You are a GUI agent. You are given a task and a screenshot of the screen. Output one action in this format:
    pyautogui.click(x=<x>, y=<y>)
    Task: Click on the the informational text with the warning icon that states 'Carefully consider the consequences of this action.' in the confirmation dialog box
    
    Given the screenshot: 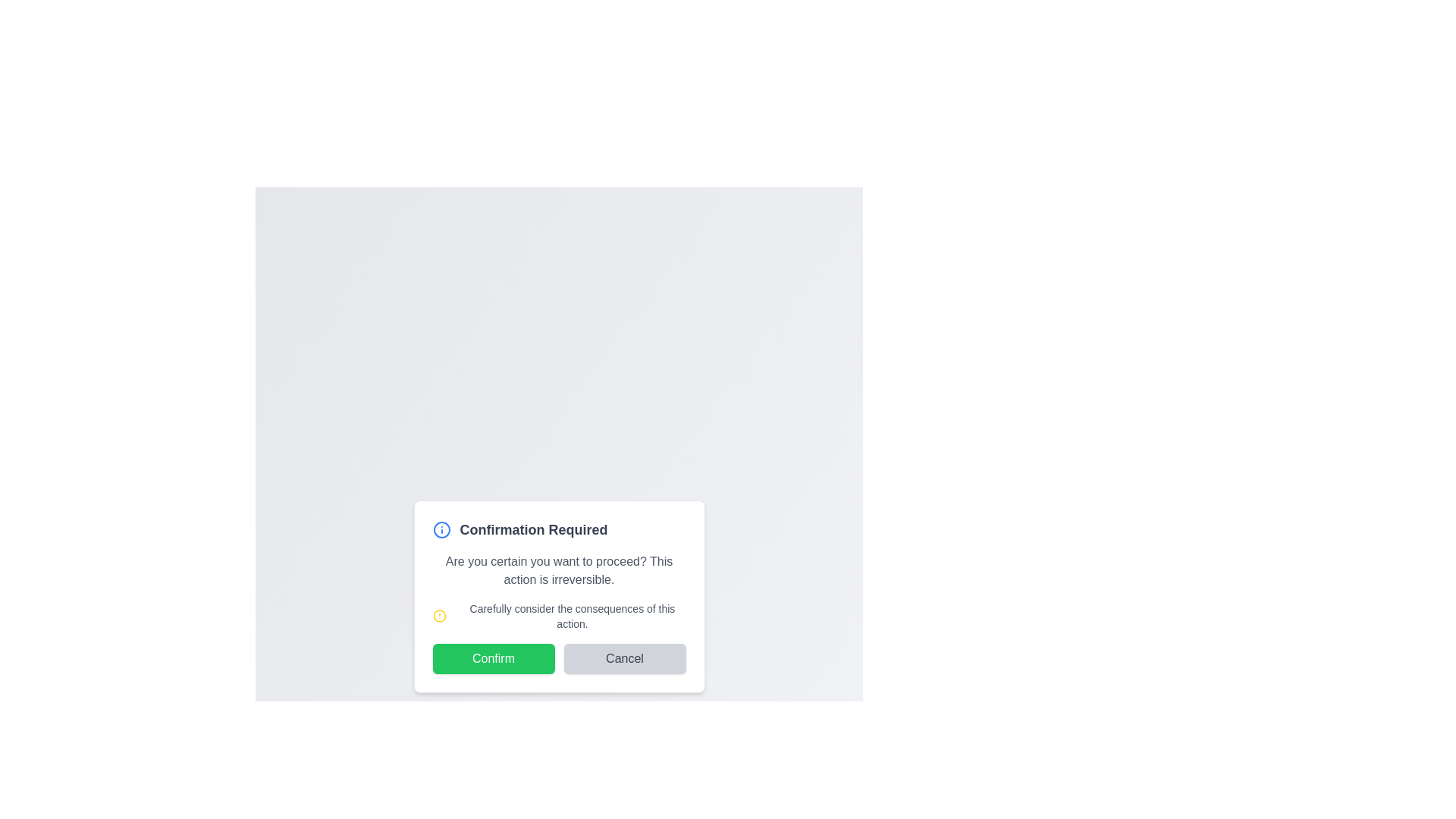 What is the action you would take?
    pyautogui.click(x=558, y=617)
    